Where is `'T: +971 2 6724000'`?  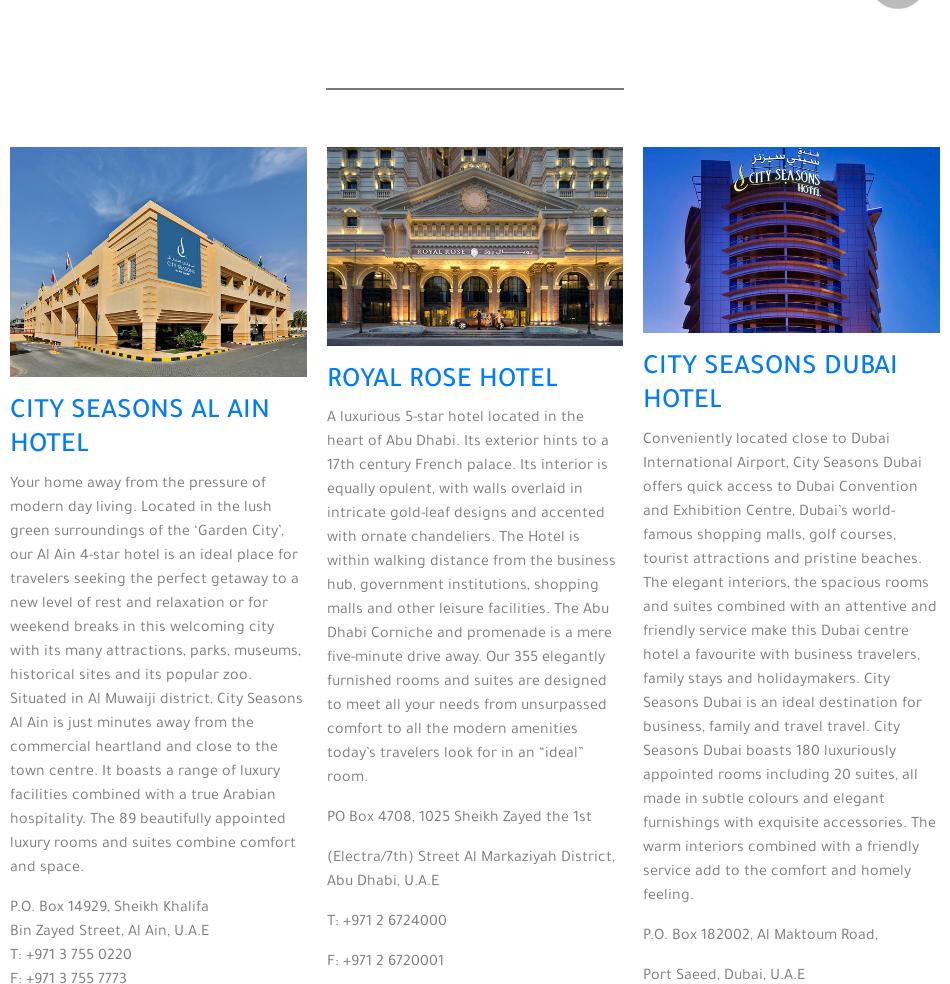 'T: +971 2 6724000' is located at coordinates (384, 922).